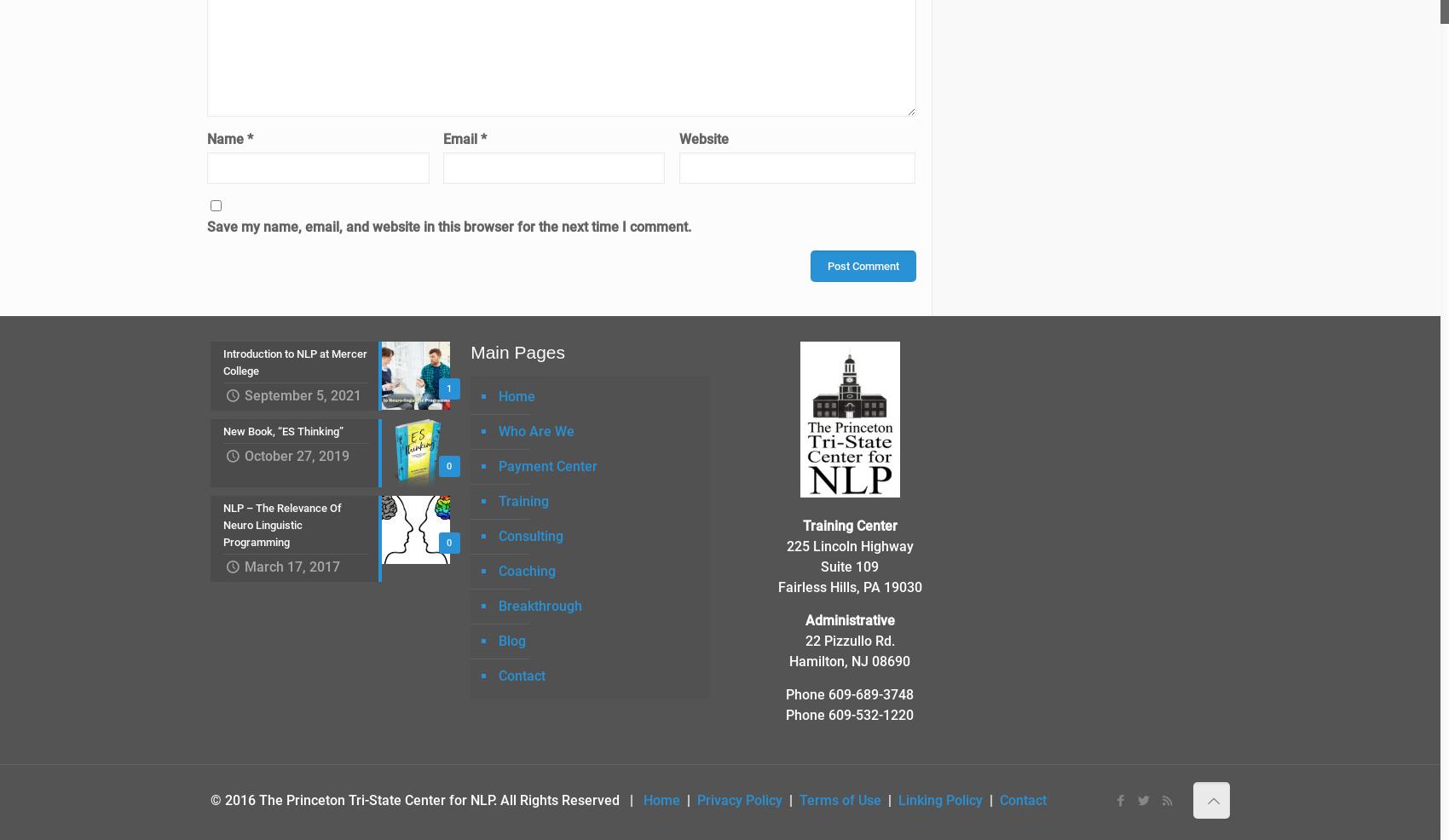  I want to click on 'Training Center', so click(848, 525).